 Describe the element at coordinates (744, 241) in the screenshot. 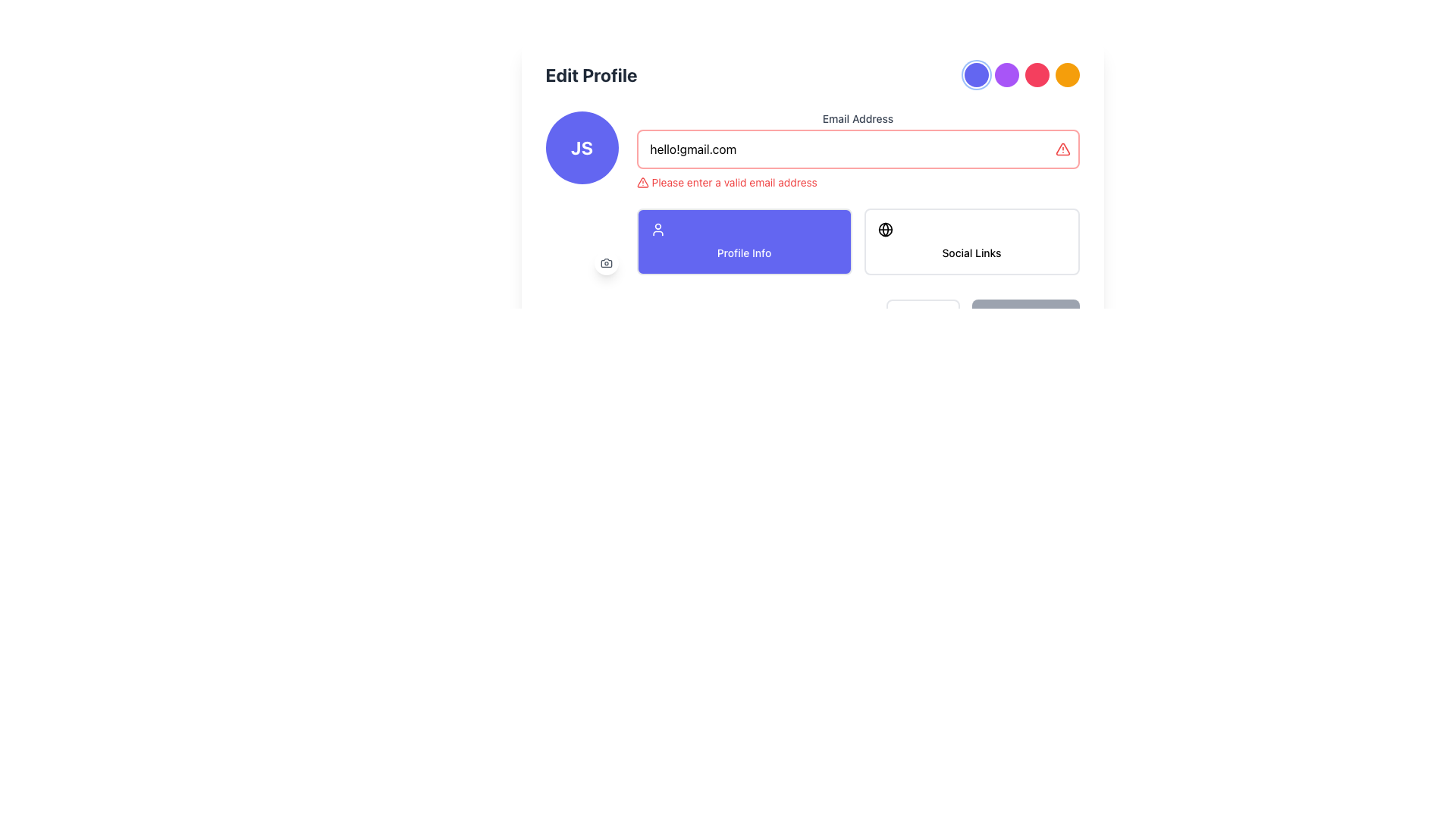

I see `the rectangular button with a blue background labeled 'Profile Info'` at that location.